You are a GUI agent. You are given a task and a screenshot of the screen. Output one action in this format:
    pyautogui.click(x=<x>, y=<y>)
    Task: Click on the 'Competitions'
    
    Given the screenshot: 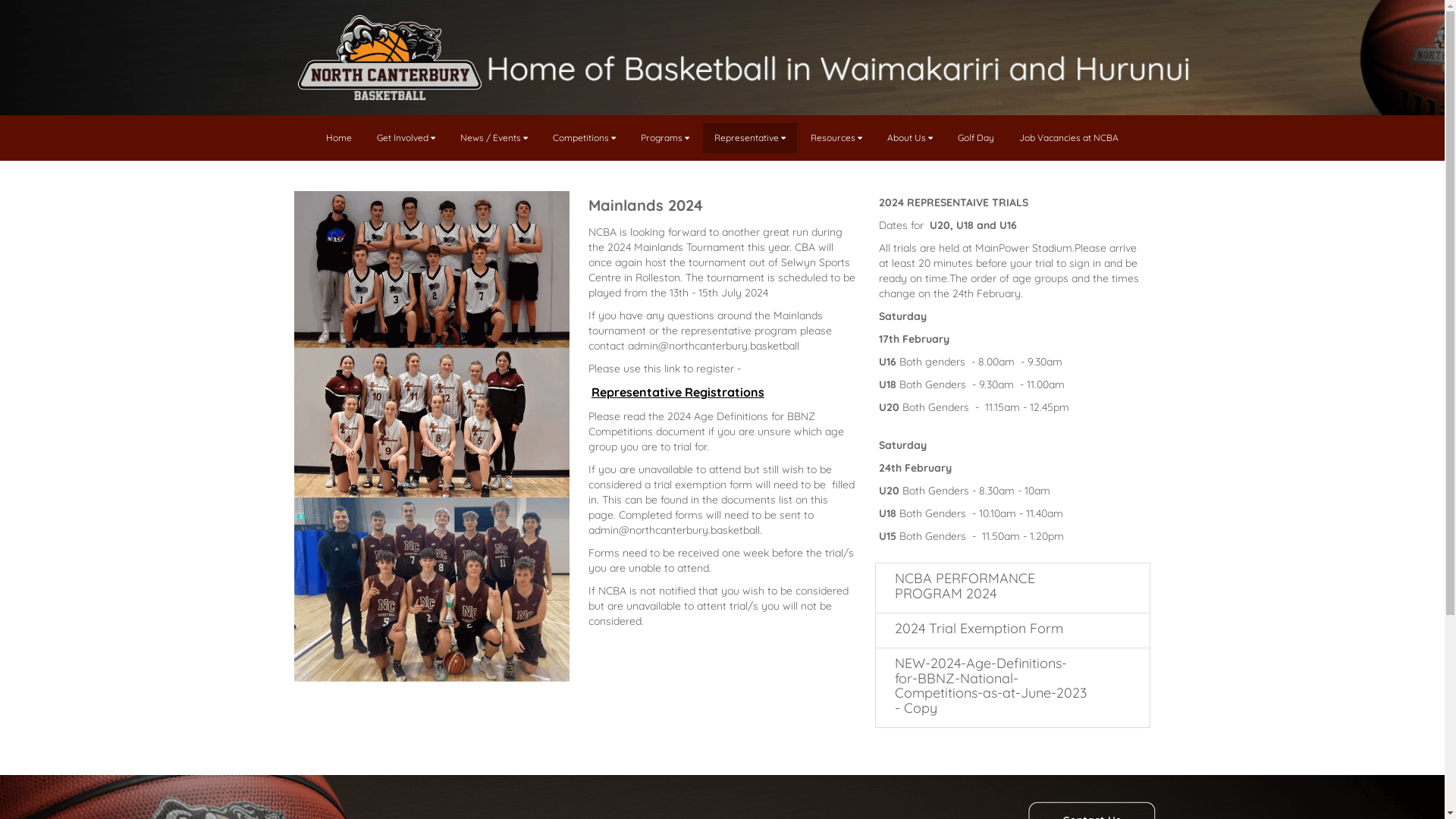 What is the action you would take?
    pyautogui.click(x=583, y=137)
    